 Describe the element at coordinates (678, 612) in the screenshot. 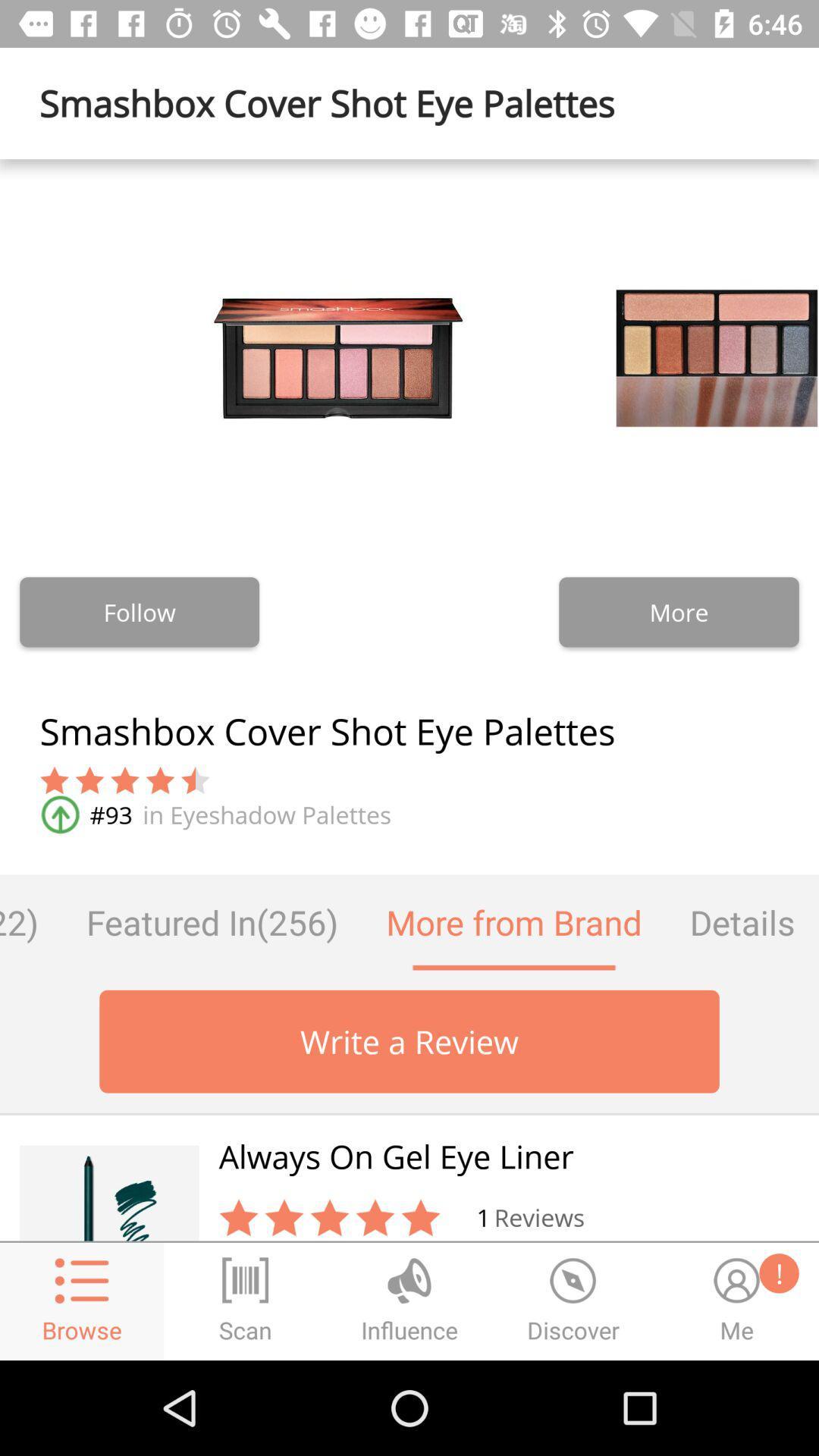

I see `the button which is next to the follow button` at that location.